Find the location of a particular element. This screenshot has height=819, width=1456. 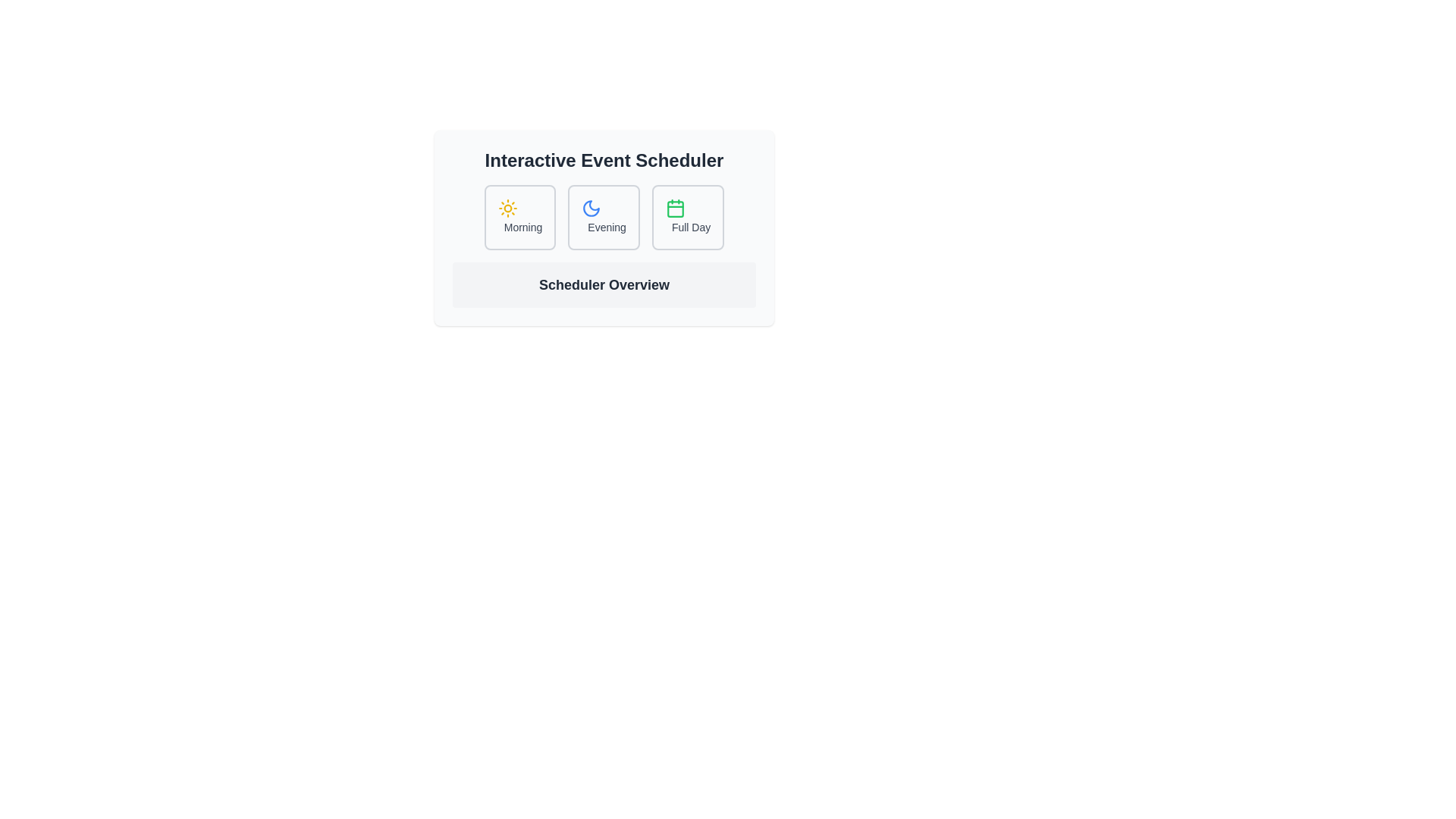

the 'Morning' button in the 'Interactive Event Scheduler' to activate hover animations is located at coordinates (520, 217).